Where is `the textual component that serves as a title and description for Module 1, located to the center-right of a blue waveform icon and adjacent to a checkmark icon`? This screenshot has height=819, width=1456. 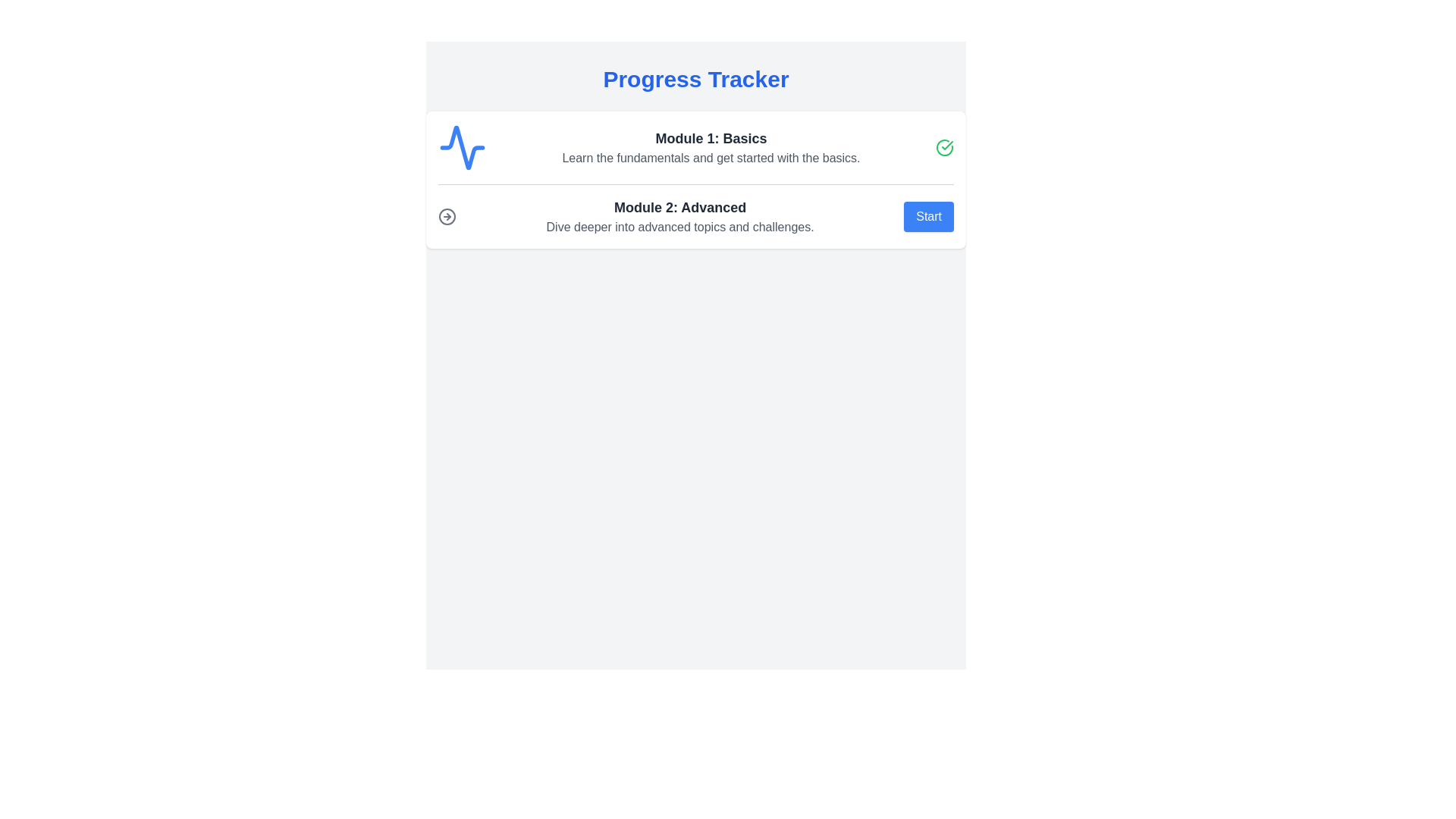
the textual component that serves as a title and description for Module 1, located to the center-right of a blue waveform icon and adjacent to a checkmark icon is located at coordinates (710, 148).